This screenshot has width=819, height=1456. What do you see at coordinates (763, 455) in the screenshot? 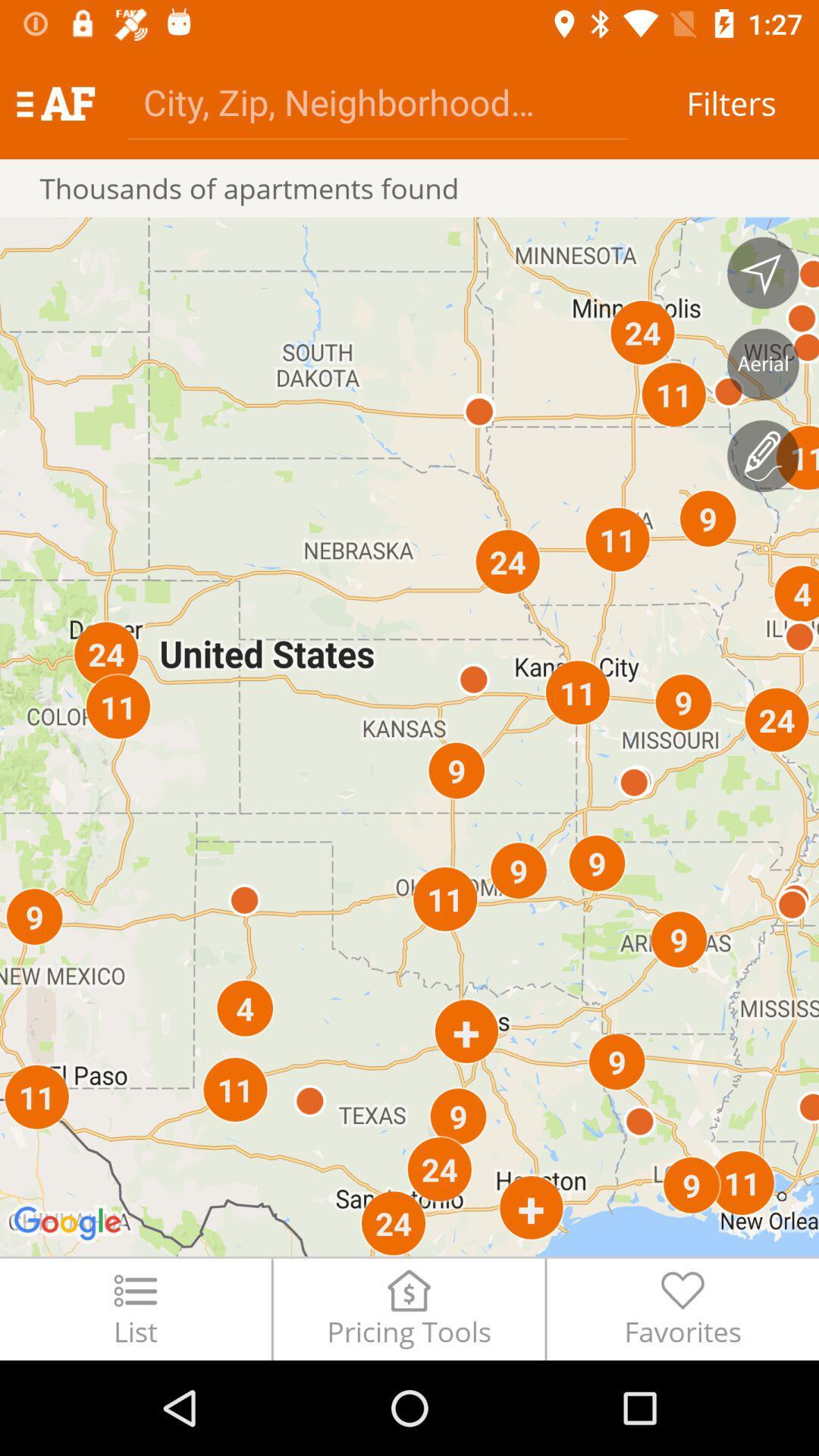
I see `icon above favorites` at bounding box center [763, 455].